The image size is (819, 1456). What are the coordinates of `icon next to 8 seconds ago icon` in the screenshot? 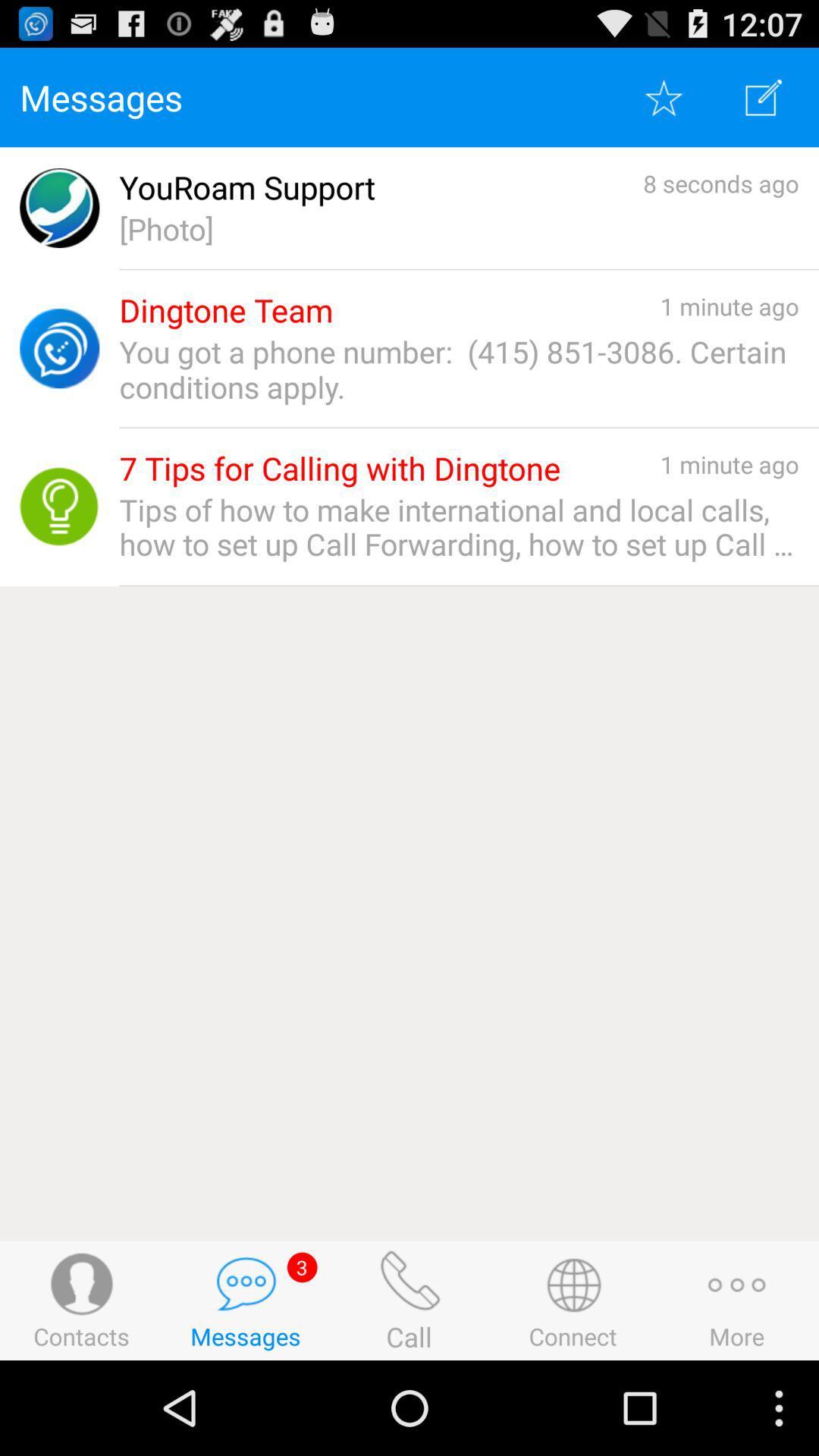 It's located at (246, 187).